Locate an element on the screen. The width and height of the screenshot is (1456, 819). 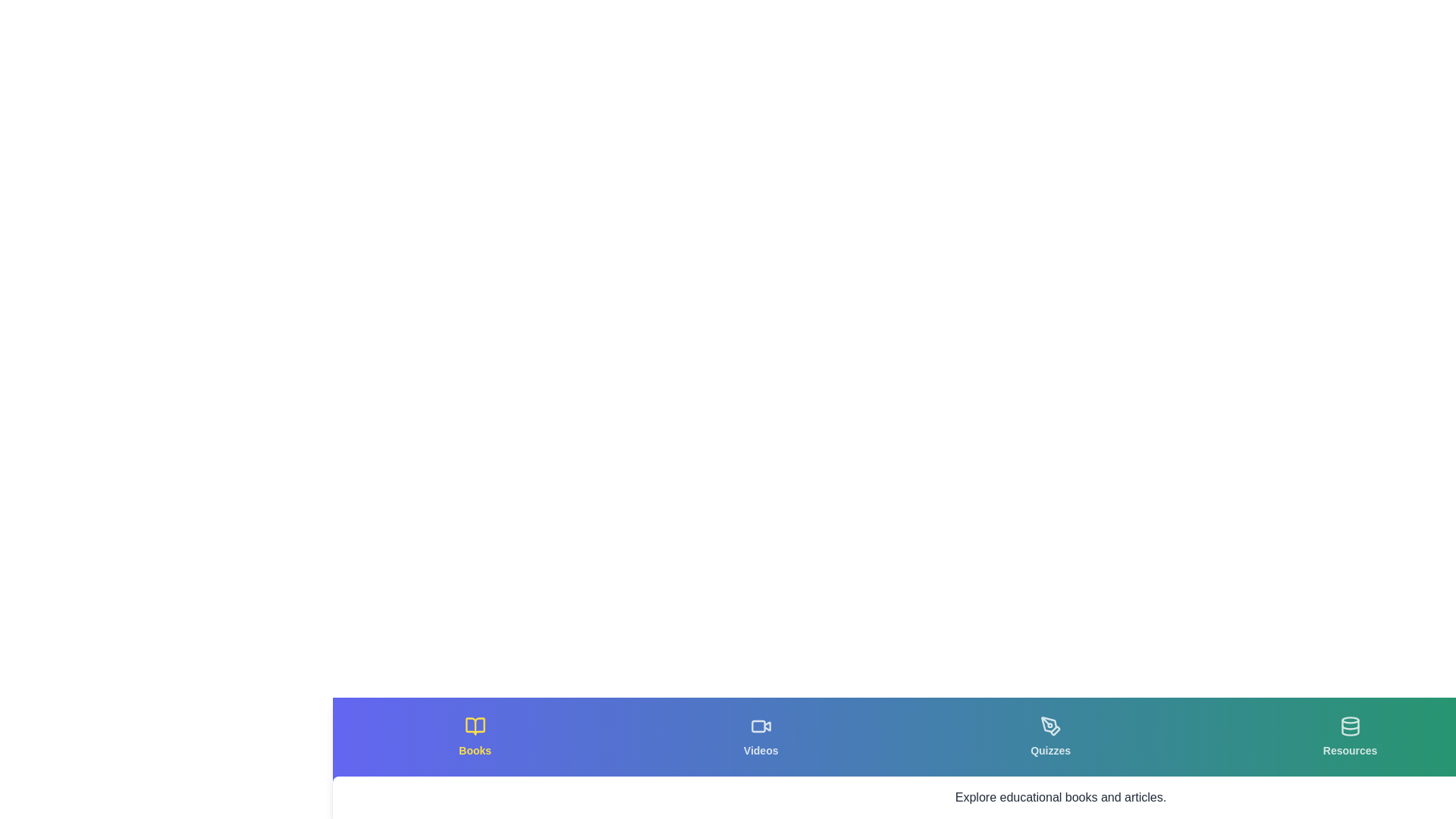
the tab labeled Books is located at coordinates (474, 736).